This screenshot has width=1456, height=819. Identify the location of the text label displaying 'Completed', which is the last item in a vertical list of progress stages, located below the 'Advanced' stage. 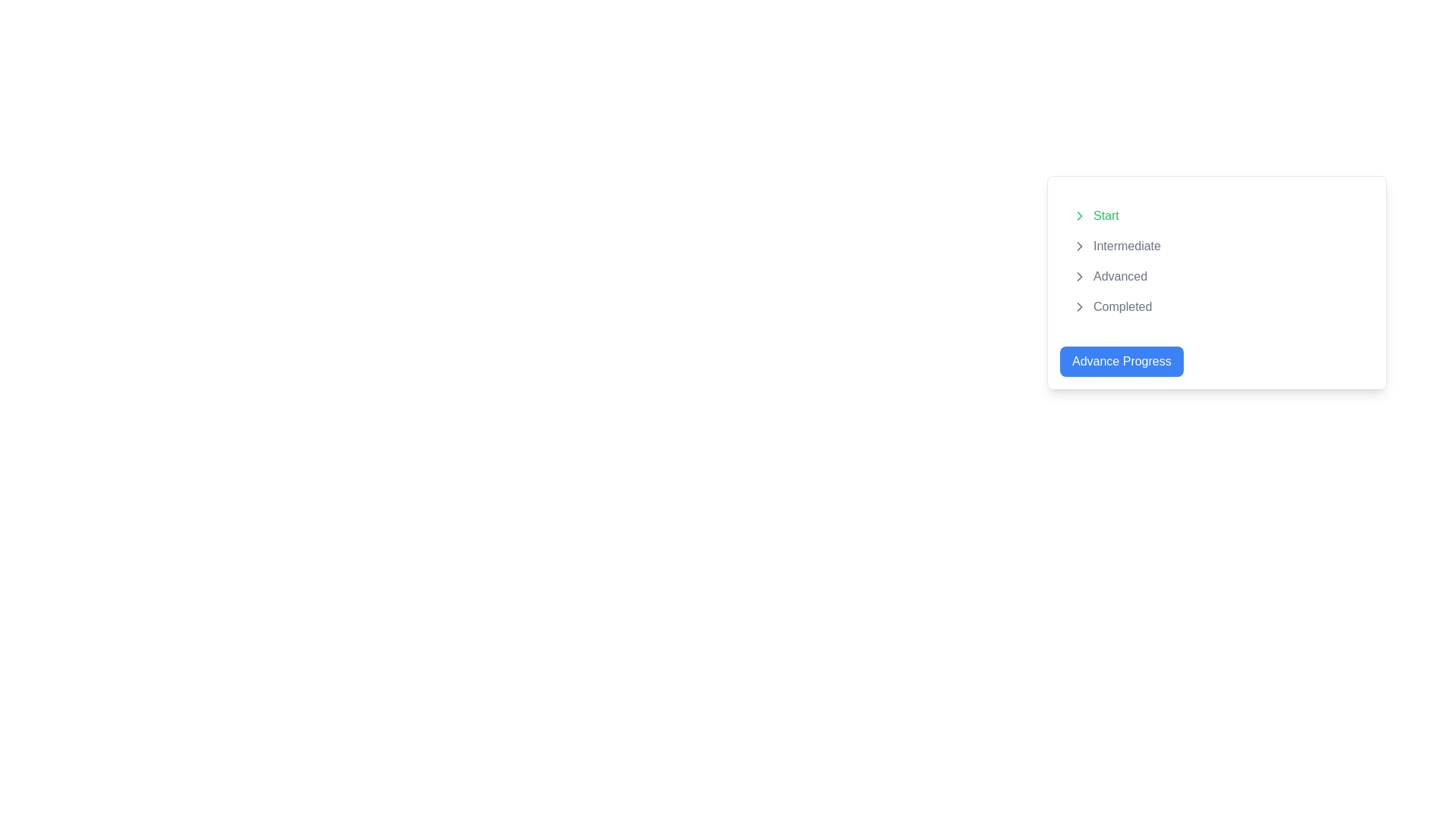
(1122, 307).